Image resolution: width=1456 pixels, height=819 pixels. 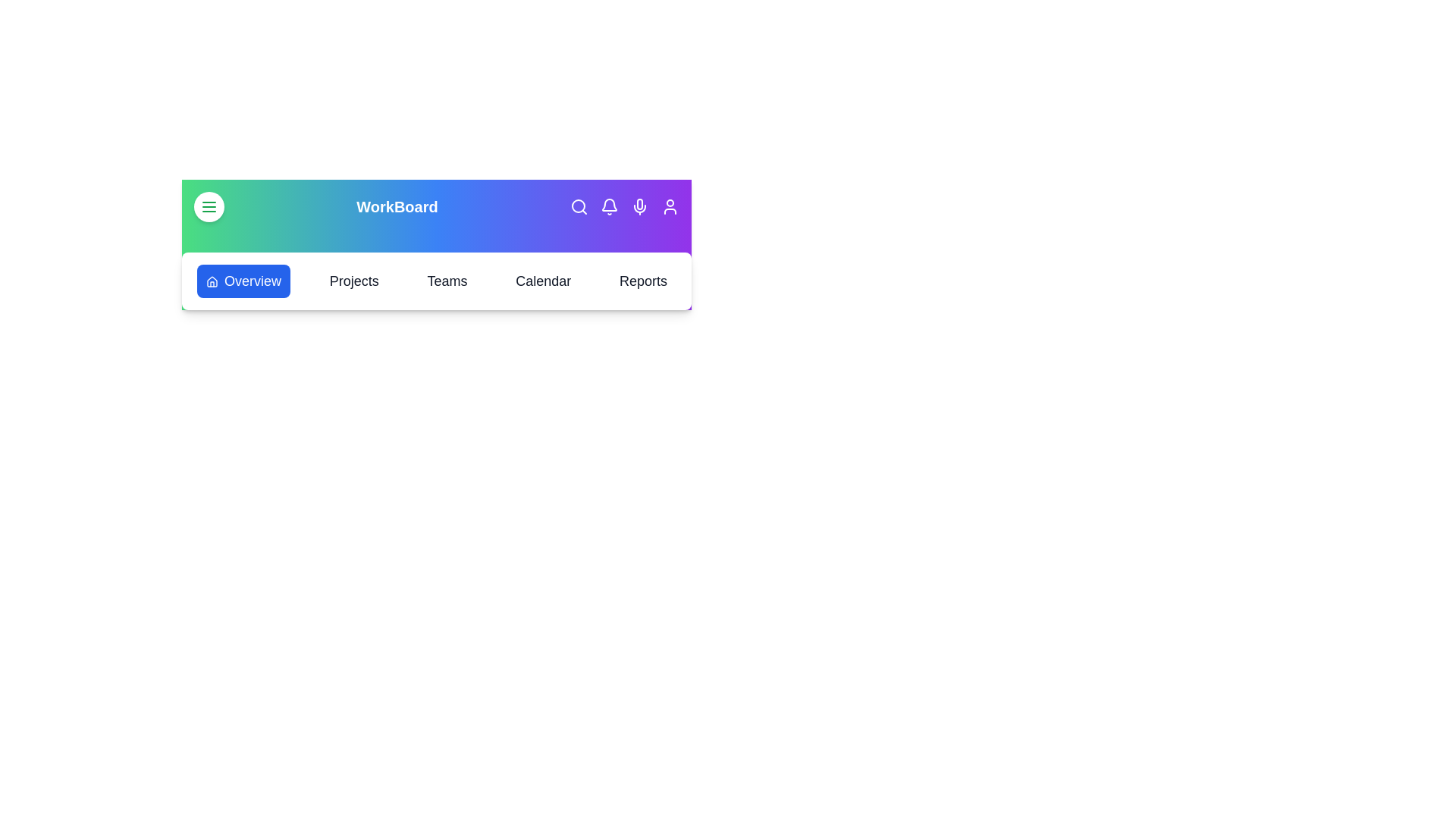 What do you see at coordinates (446, 281) in the screenshot?
I see `the tab labeled Teams from the navigation bar` at bounding box center [446, 281].